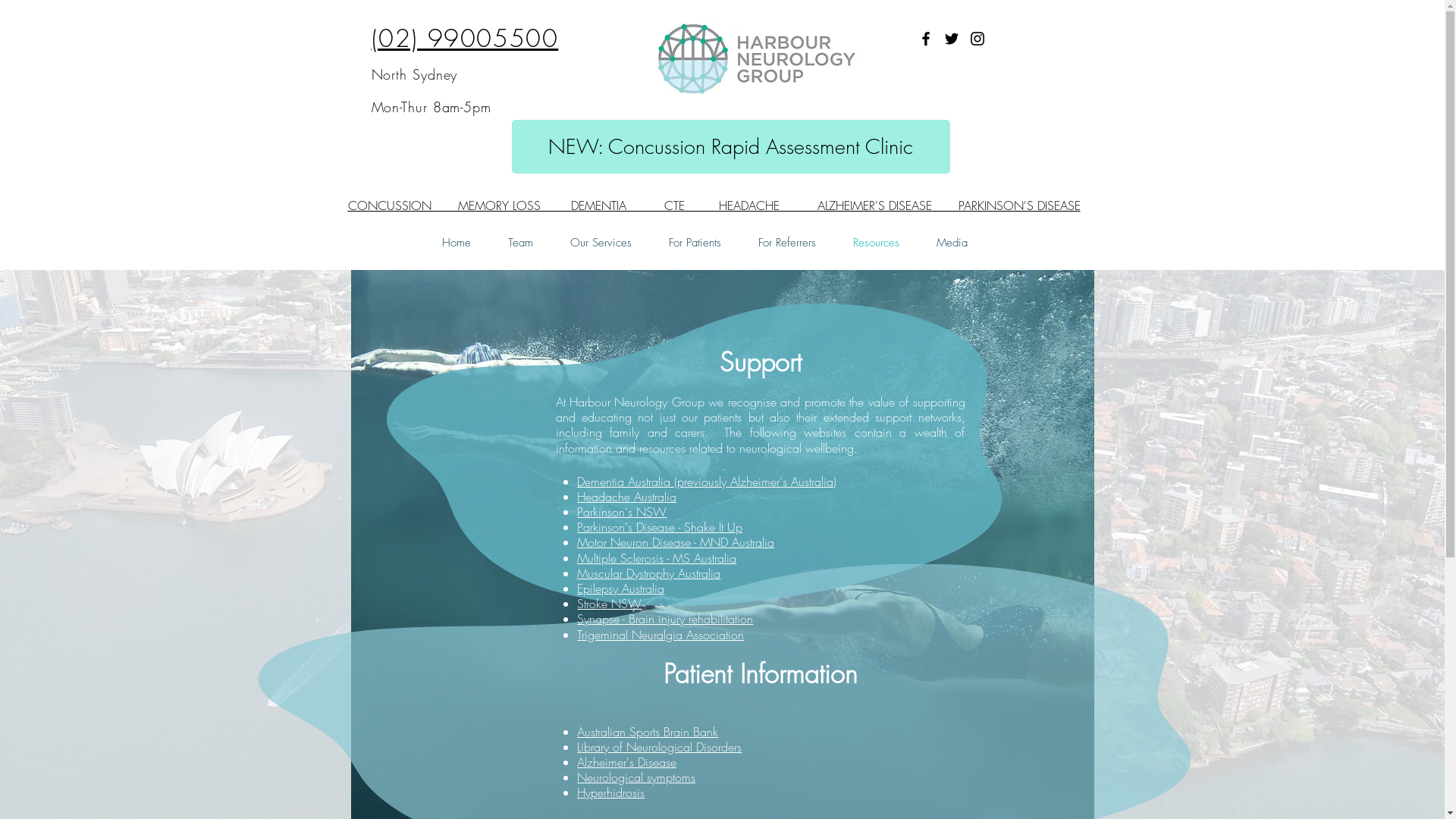 This screenshot has height=819, width=1456. Describe the element at coordinates (626, 762) in the screenshot. I see `'Alzheimer's Disease'` at that location.